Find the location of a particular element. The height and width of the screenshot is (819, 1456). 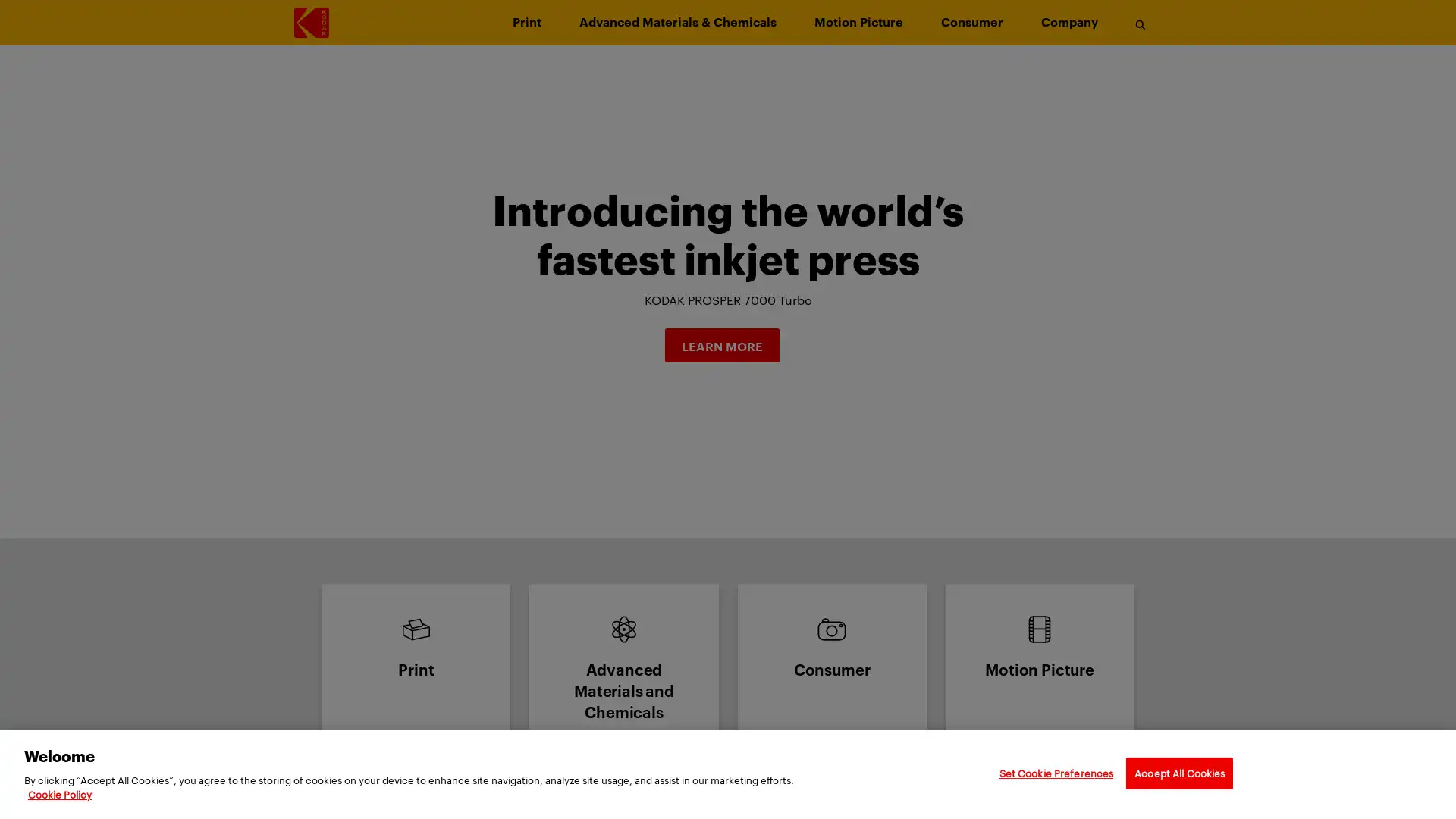

Set Cookie Preferences is located at coordinates (1055, 773).